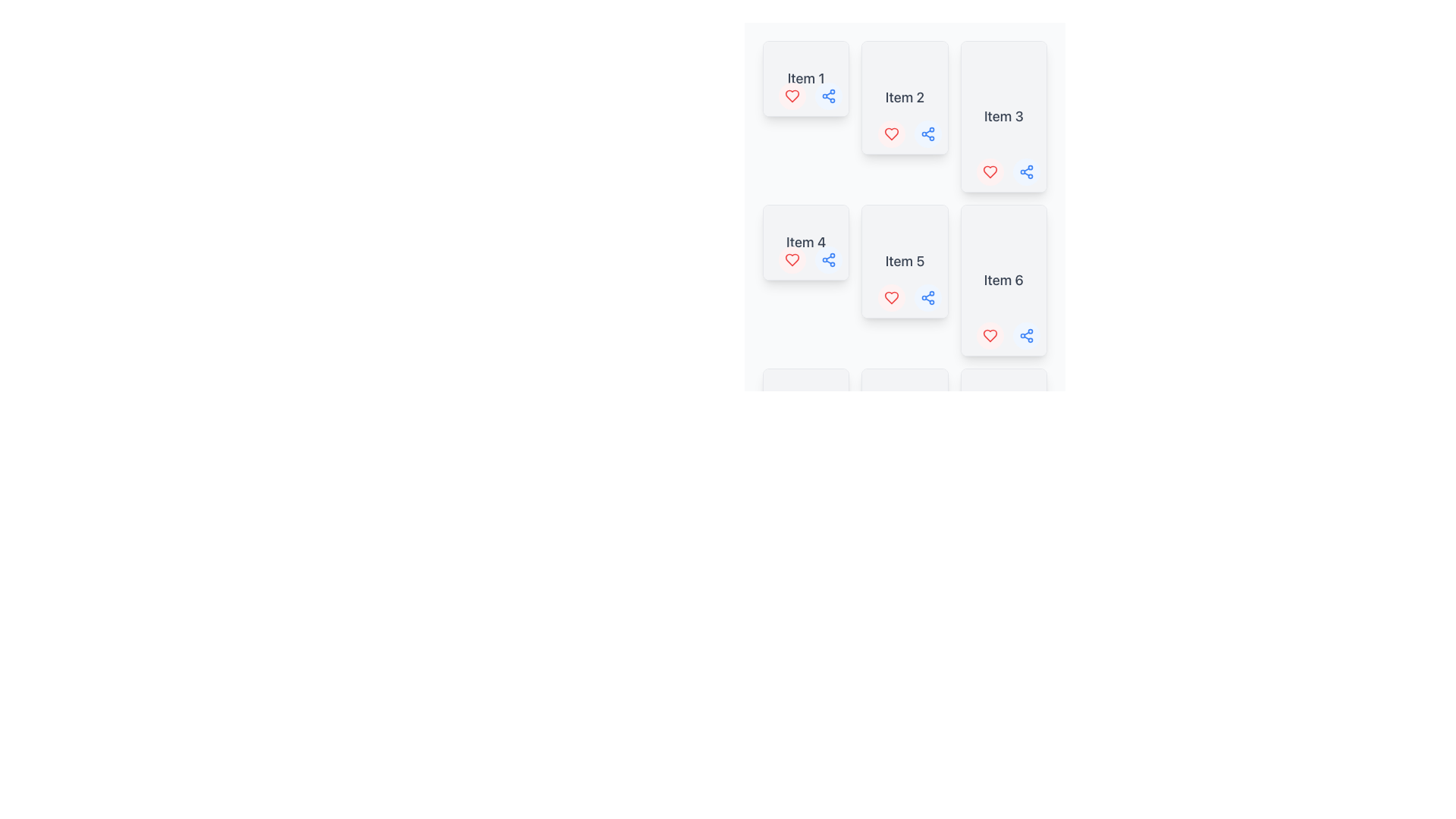 The width and height of the screenshot is (1456, 819). I want to click on the circular light blue button with a network/share icon to share, so click(927, 133).